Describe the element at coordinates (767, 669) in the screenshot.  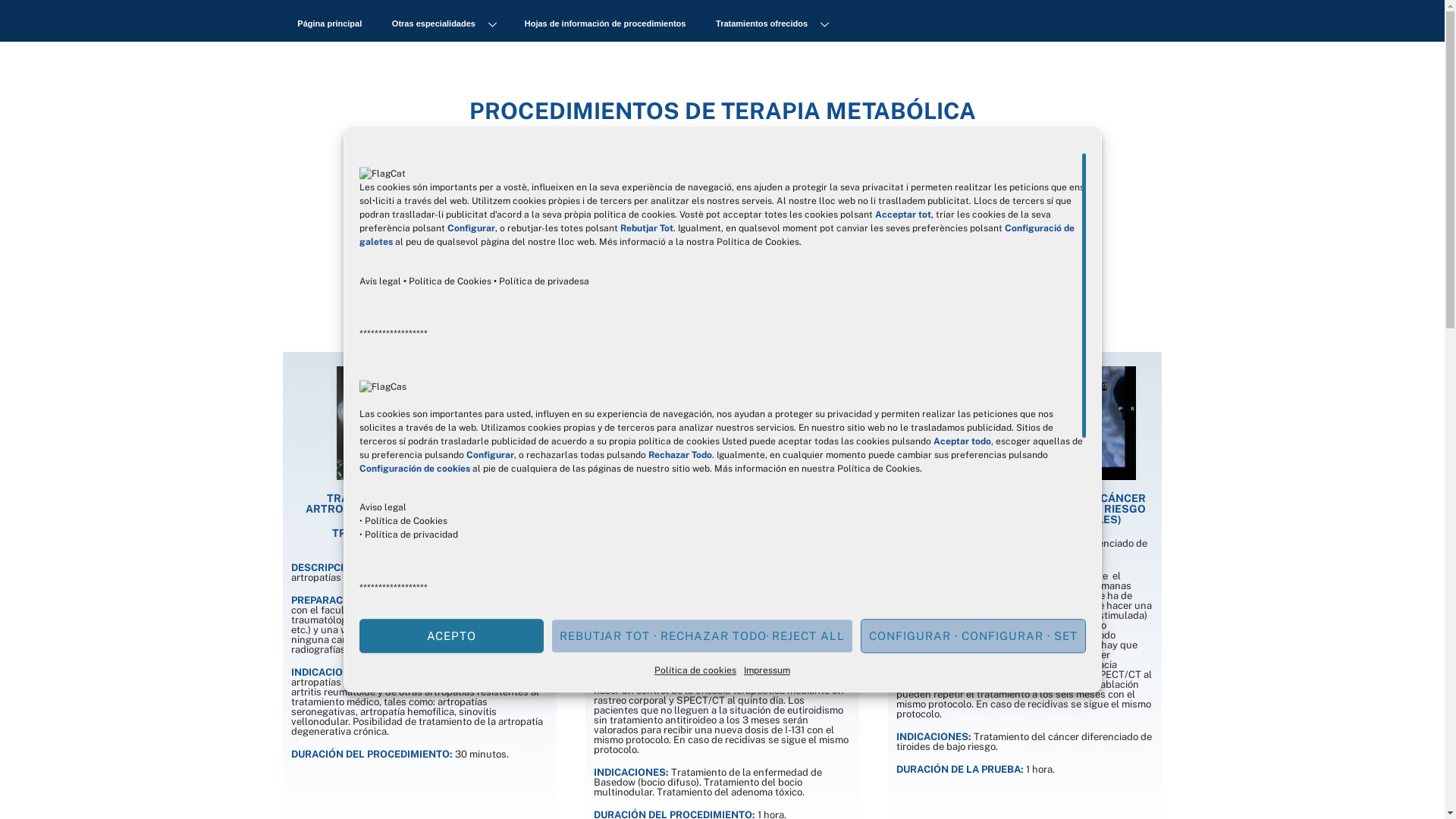
I see `'Impressum'` at that location.